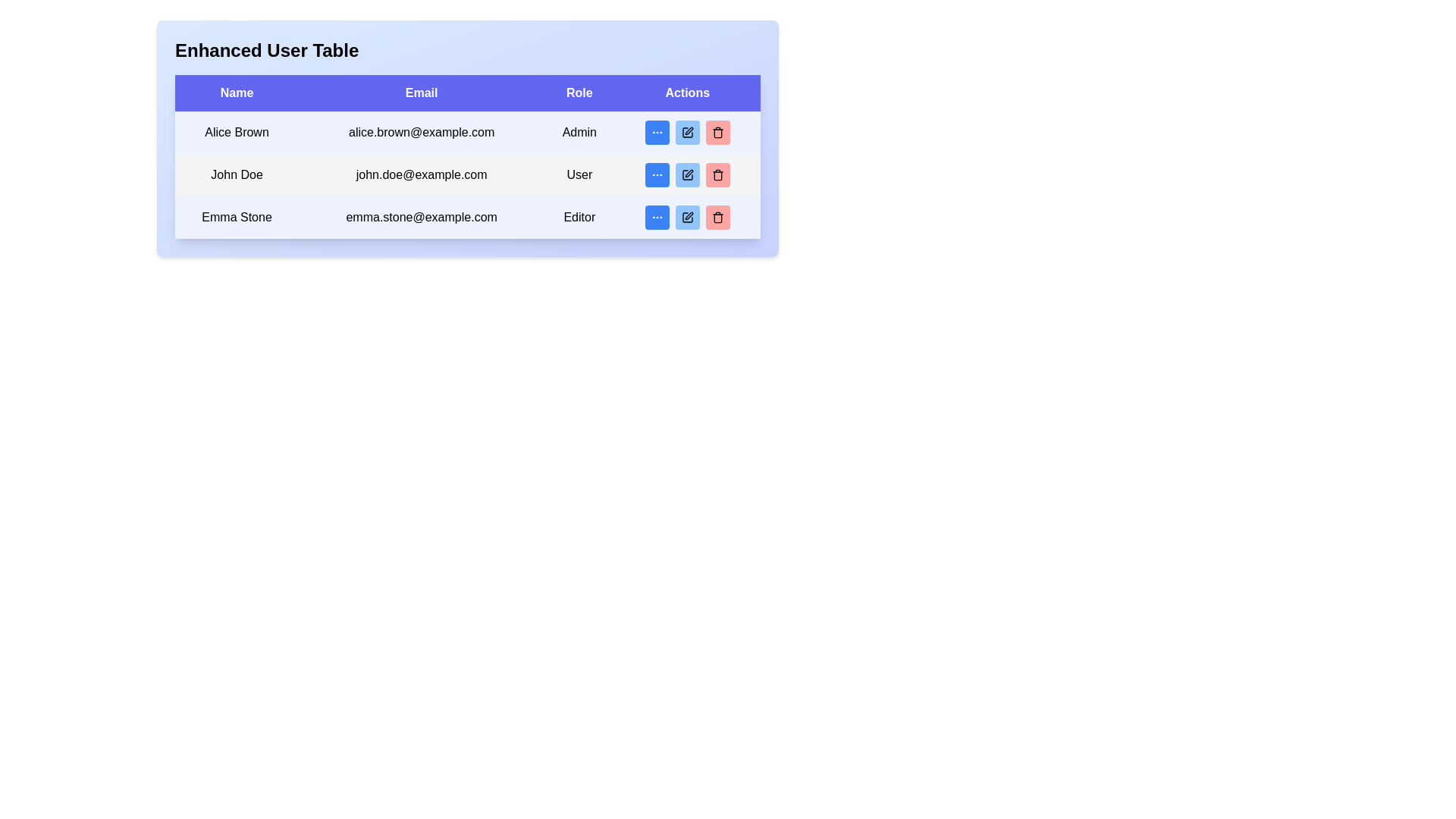  What do you see at coordinates (657, 174) in the screenshot?
I see `the button in the 'Actions' column that provides additional options related to the 'User' entry in the table row` at bounding box center [657, 174].